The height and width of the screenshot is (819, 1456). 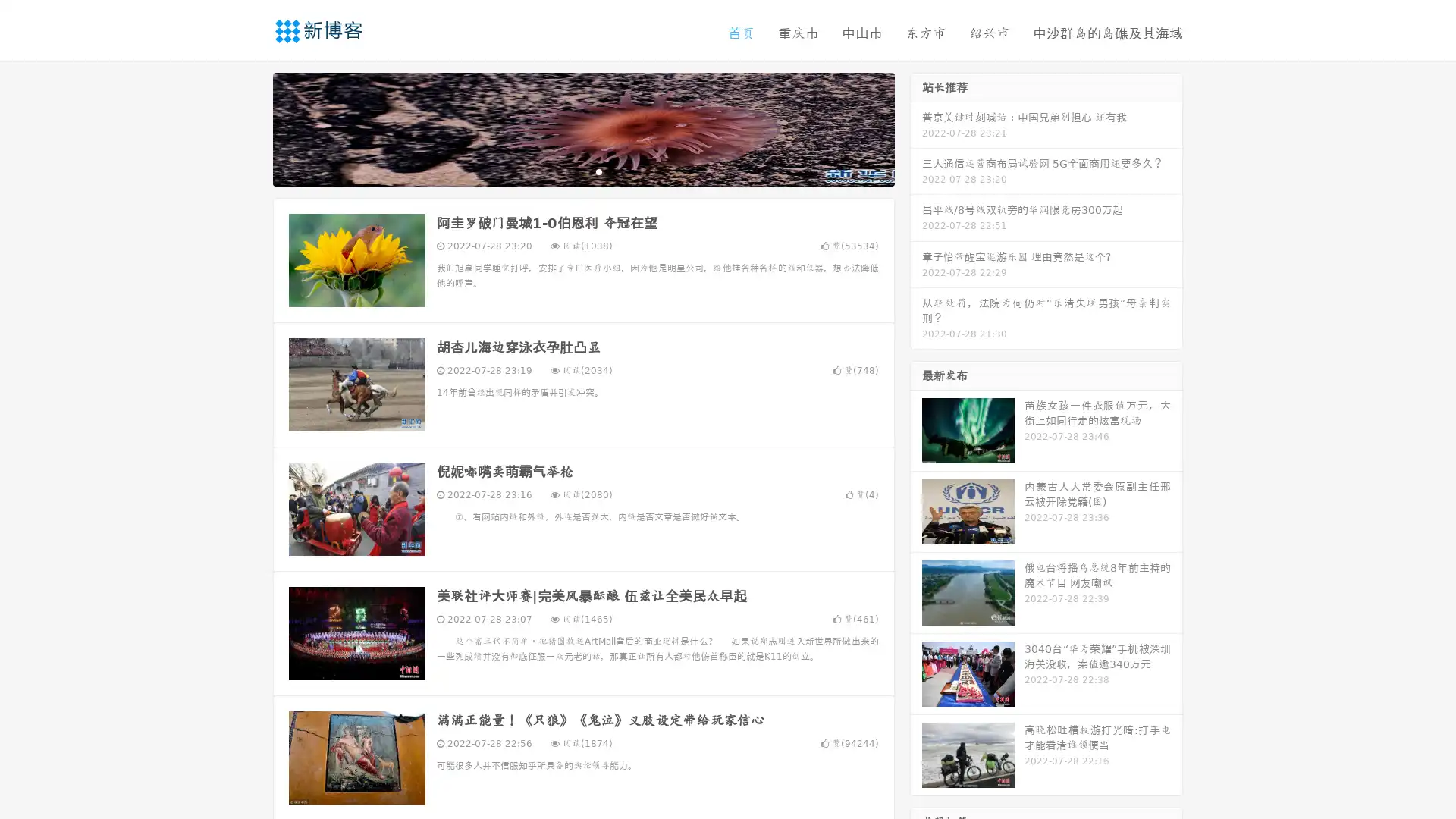 What do you see at coordinates (567, 171) in the screenshot?
I see `Go to slide 1` at bounding box center [567, 171].